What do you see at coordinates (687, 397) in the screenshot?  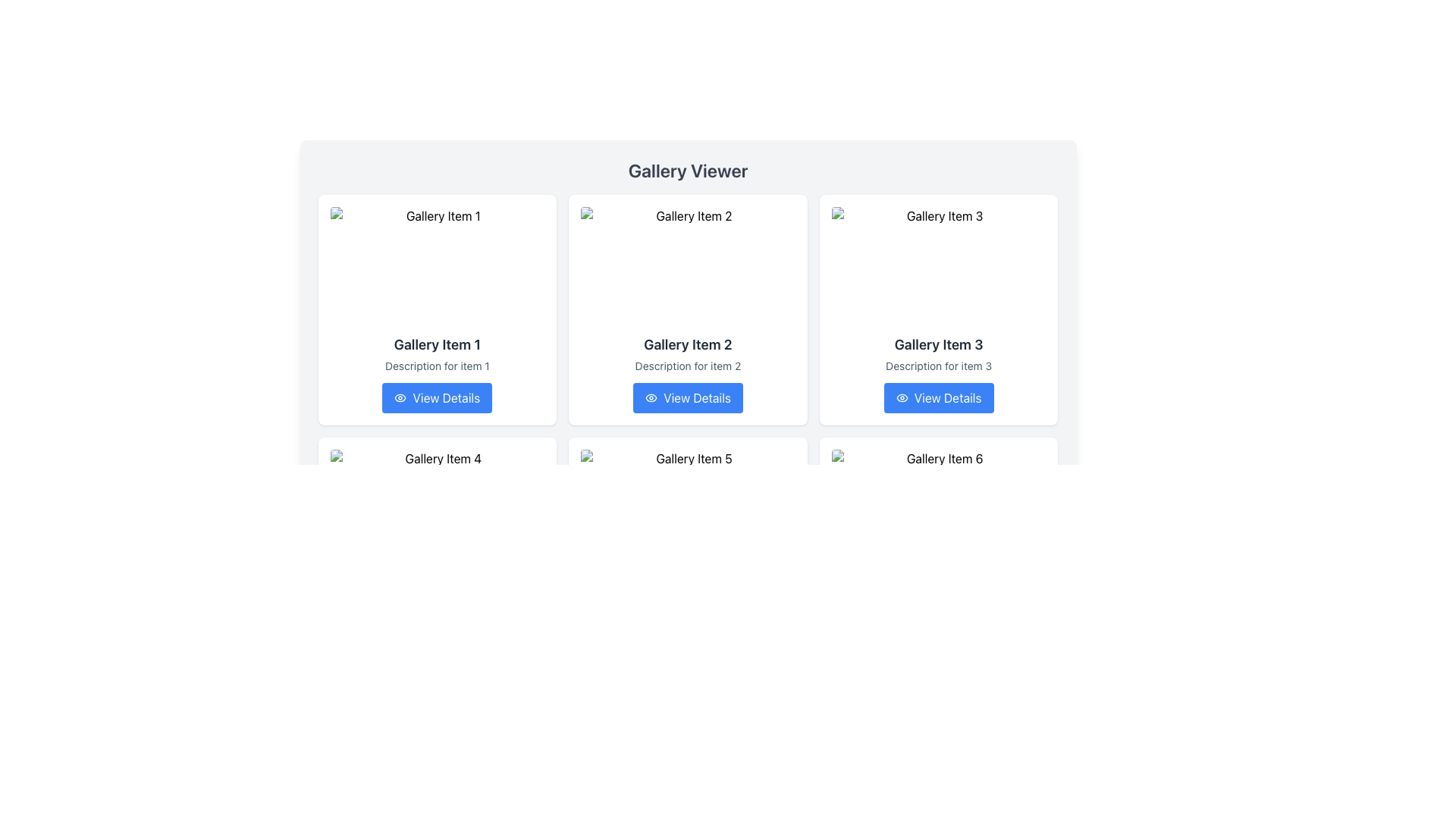 I see `the 'View Details' button with a blue background and white text located below the 'Description for item 2' in the card labeled 'Gallery Item 2'` at bounding box center [687, 397].